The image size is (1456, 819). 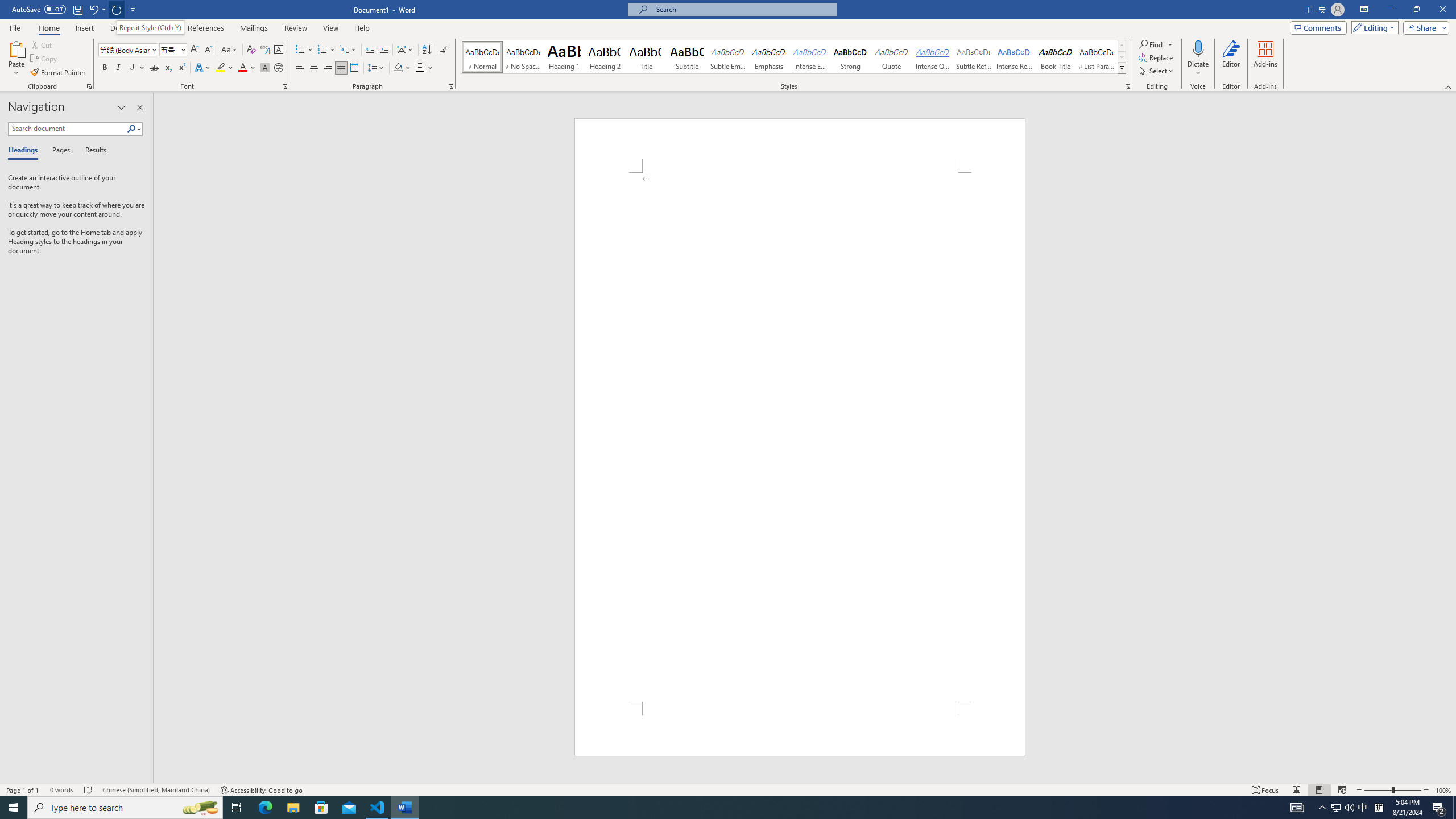 I want to click on 'Paste', so click(x=16, y=48).